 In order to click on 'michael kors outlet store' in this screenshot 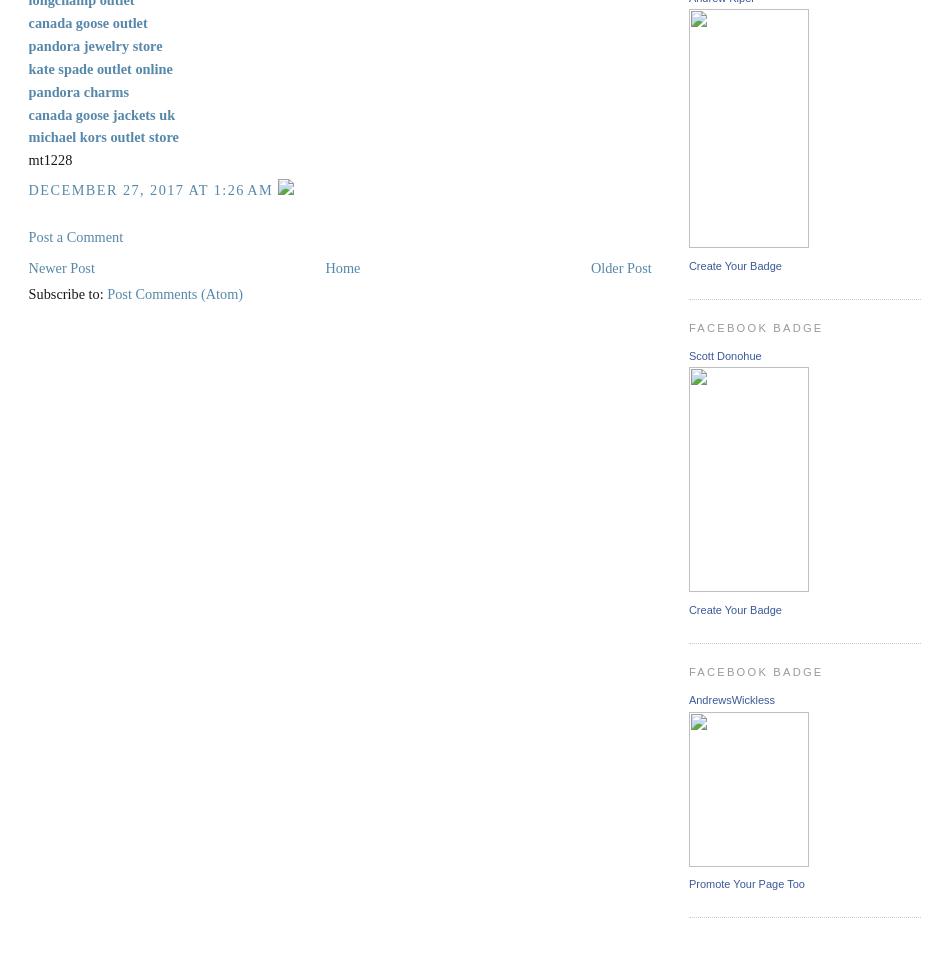, I will do `click(102, 135)`.